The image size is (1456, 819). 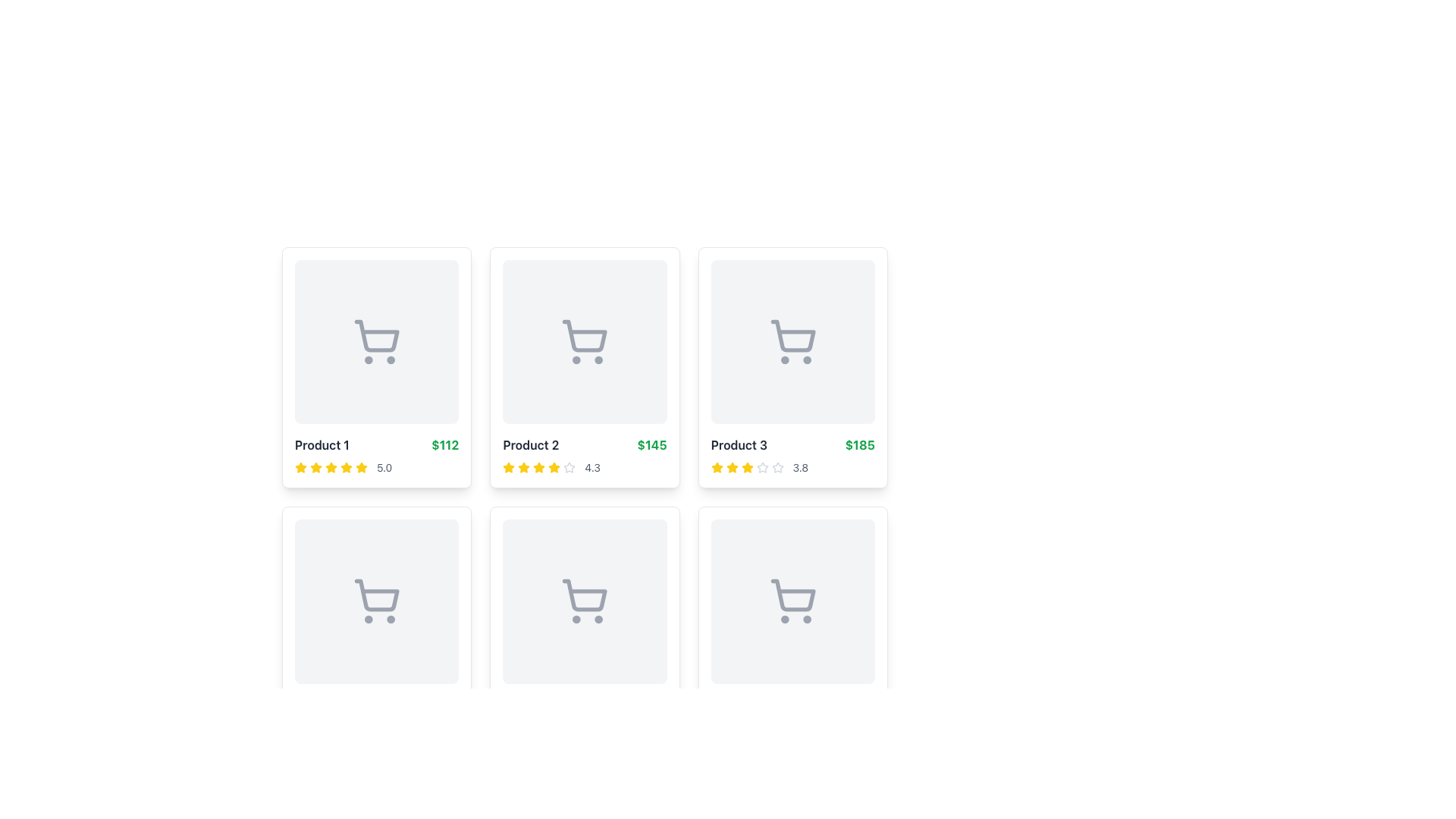 What do you see at coordinates (509, 467) in the screenshot?
I see `the first star icon, which is yellow and indicates a rating in a series of five stars under the 'Product 2' card` at bounding box center [509, 467].